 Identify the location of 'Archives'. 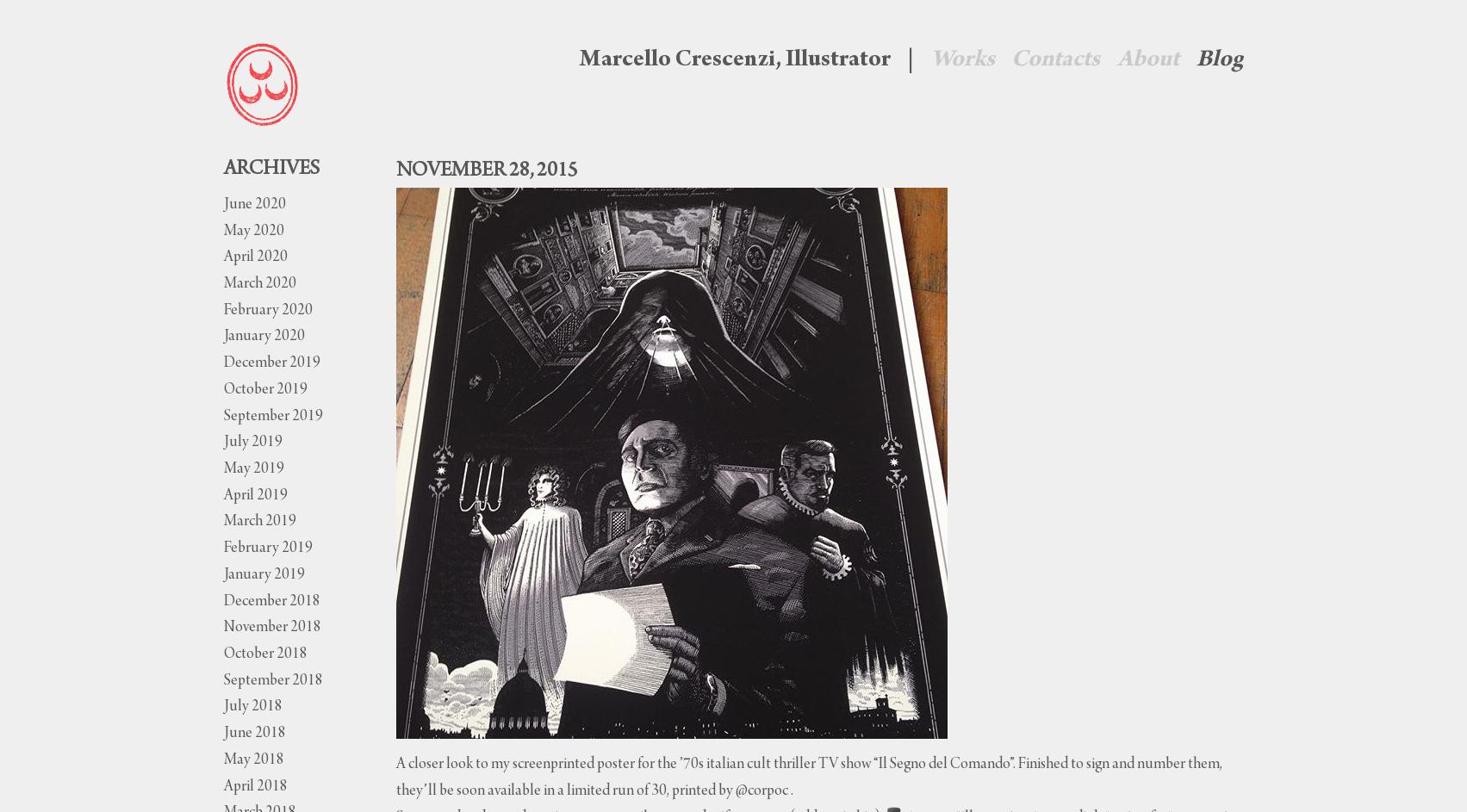
(270, 168).